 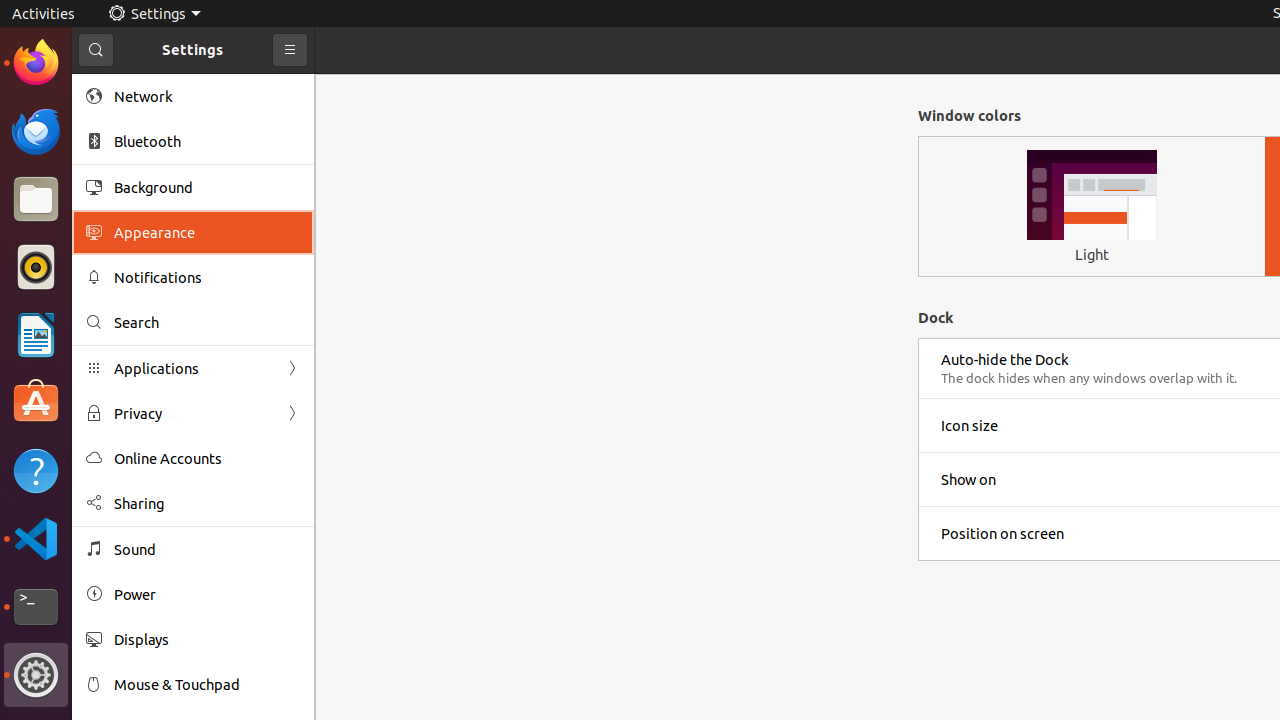 What do you see at coordinates (969, 424) in the screenshot?
I see `'Icon size'` at bounding box center [969, 424].